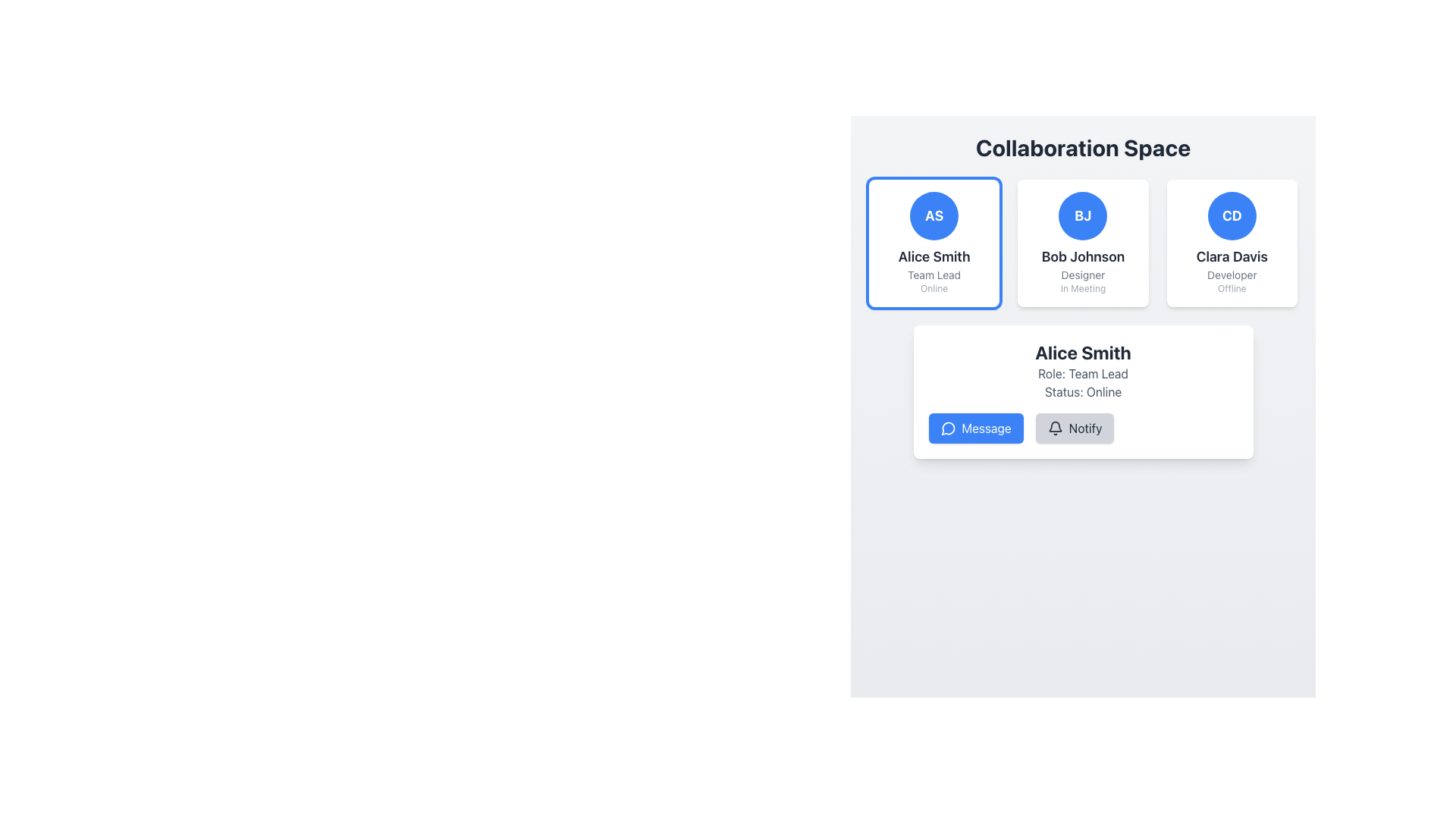 The image size is (1456, 819). I want to click on the text label 'Alice Smith' which is positioned below the blue circular badge with initials 'AS' in the card layout, so click(934, 256).